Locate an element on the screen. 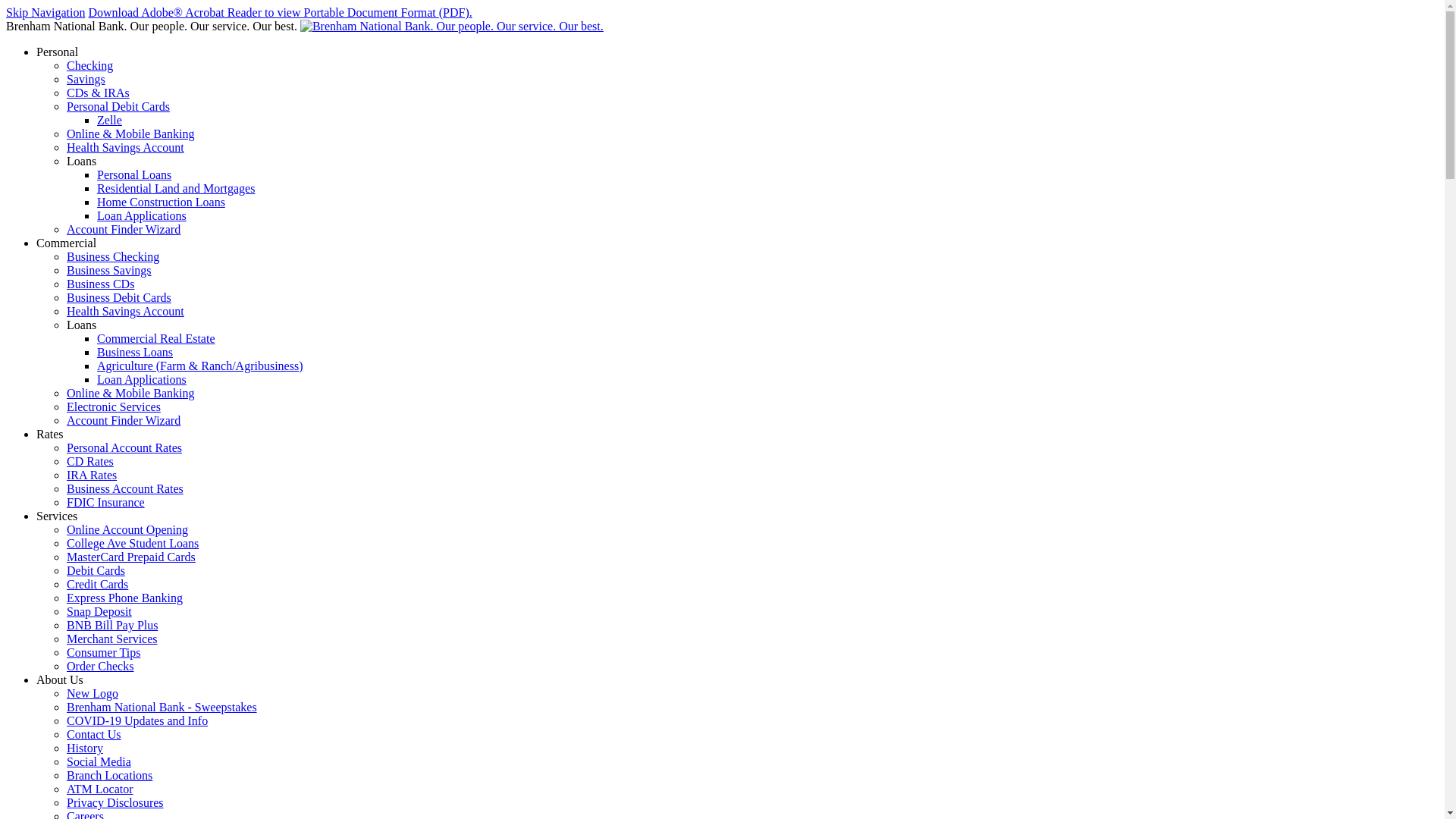 The height and width of the screenshot is (819, 1456). 'Commercial Real Estate' is located at coordinates (156, 337).